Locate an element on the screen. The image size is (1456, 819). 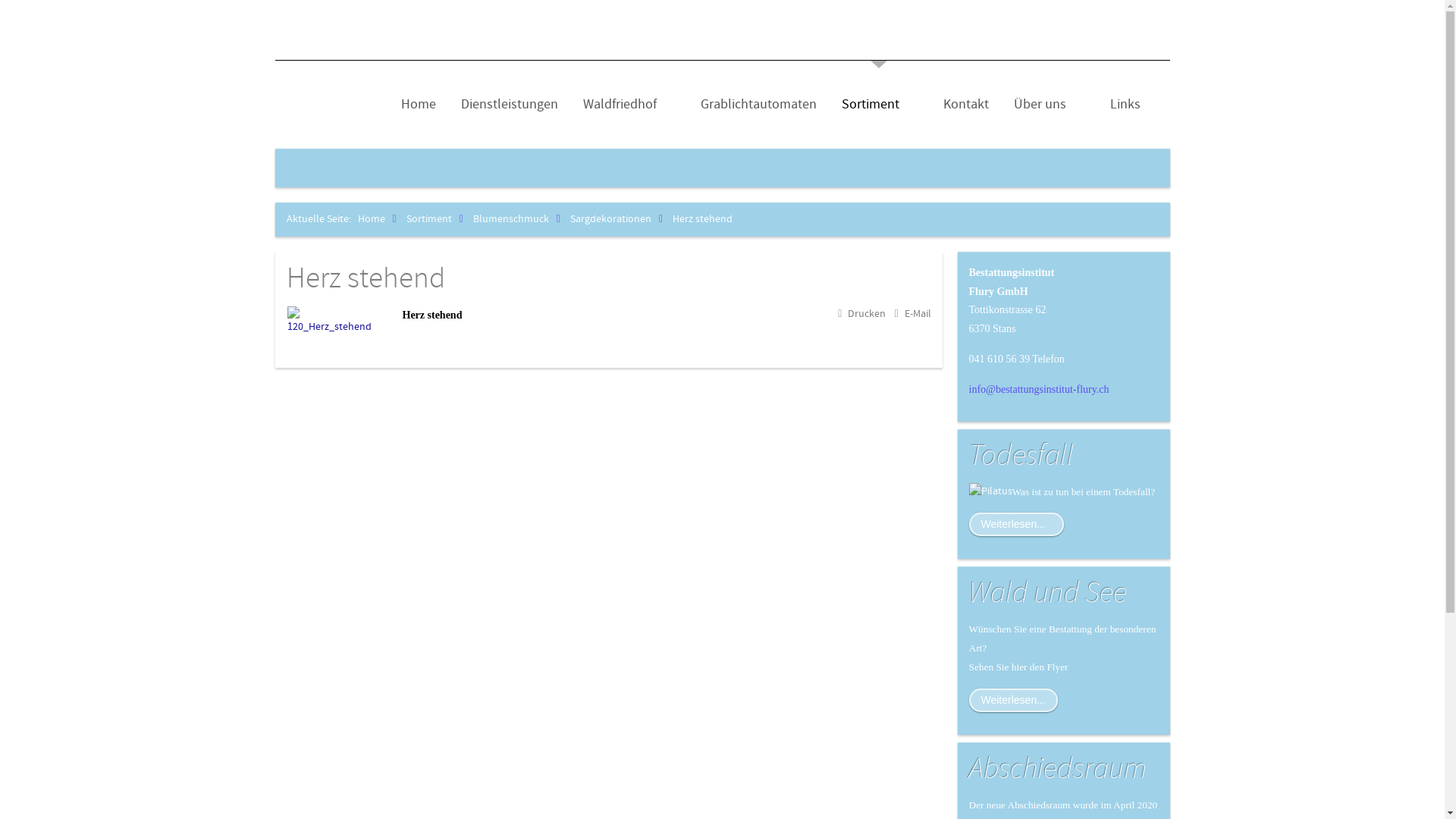
'Blumenschmuck' is located at coordinates (520, 219).